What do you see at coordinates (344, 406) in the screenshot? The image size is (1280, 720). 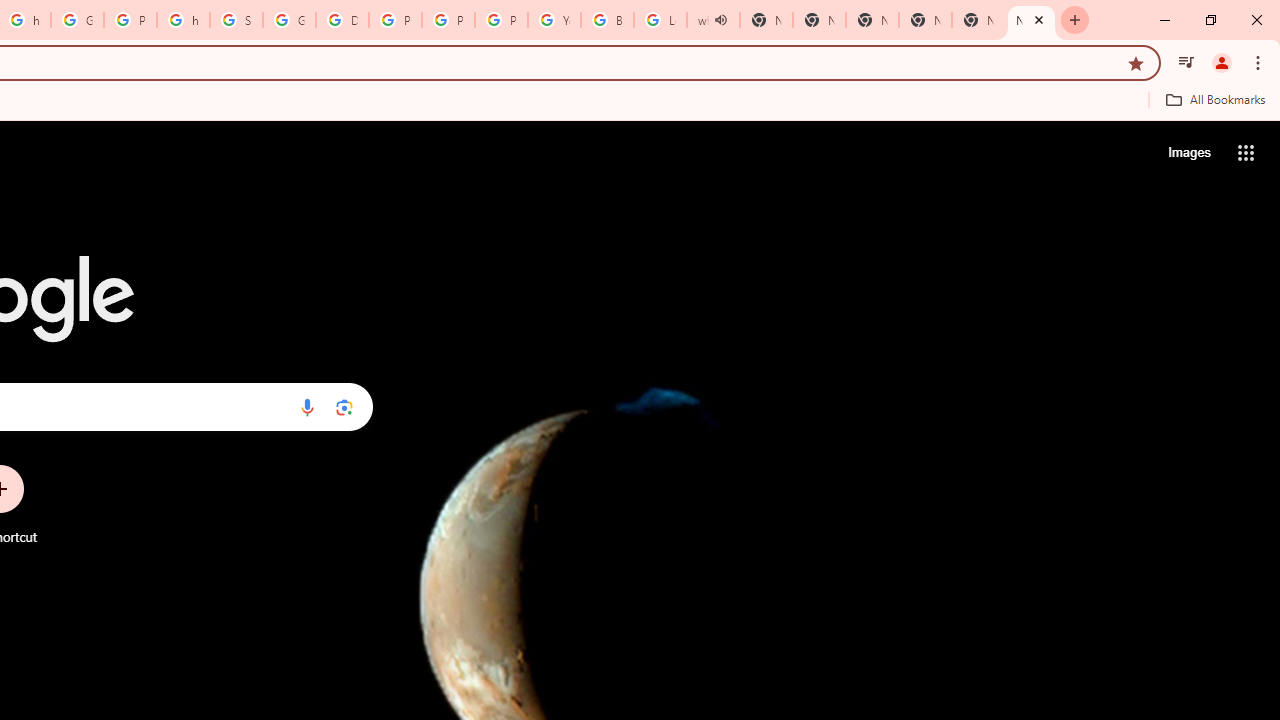 I see `'Search by image'` at bounding box center [344, 406].